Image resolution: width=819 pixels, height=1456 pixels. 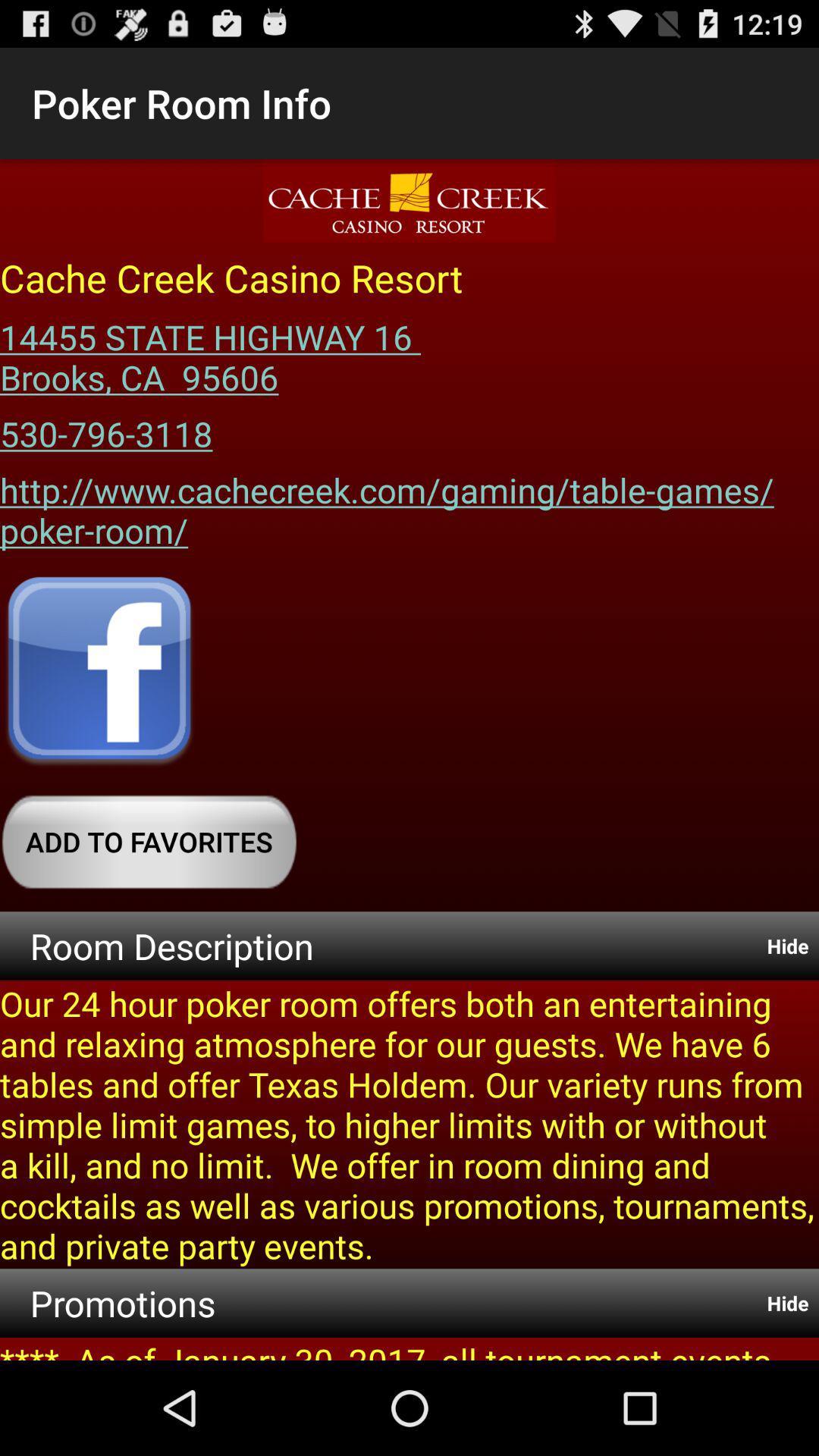 I want to click on the item below cache creek casino icon, so click(x=215, y=351).